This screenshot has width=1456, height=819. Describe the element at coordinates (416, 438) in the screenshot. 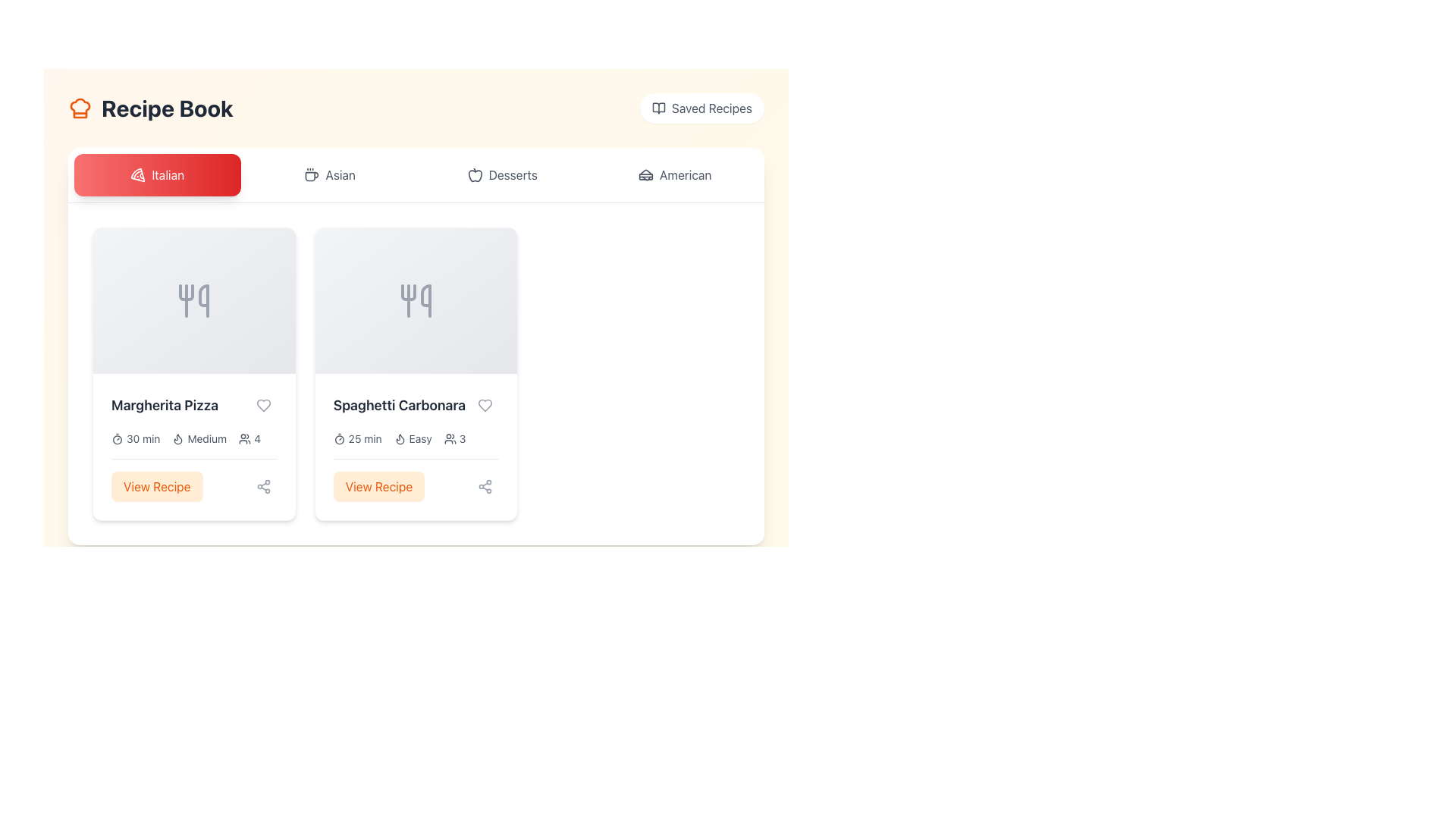

I see `information displayed in the informative label containing cooking time, difficulty level, and serving size for the card labeled 'Spaghetti Carbonara', located above the 'View Recipe' button` at that location.